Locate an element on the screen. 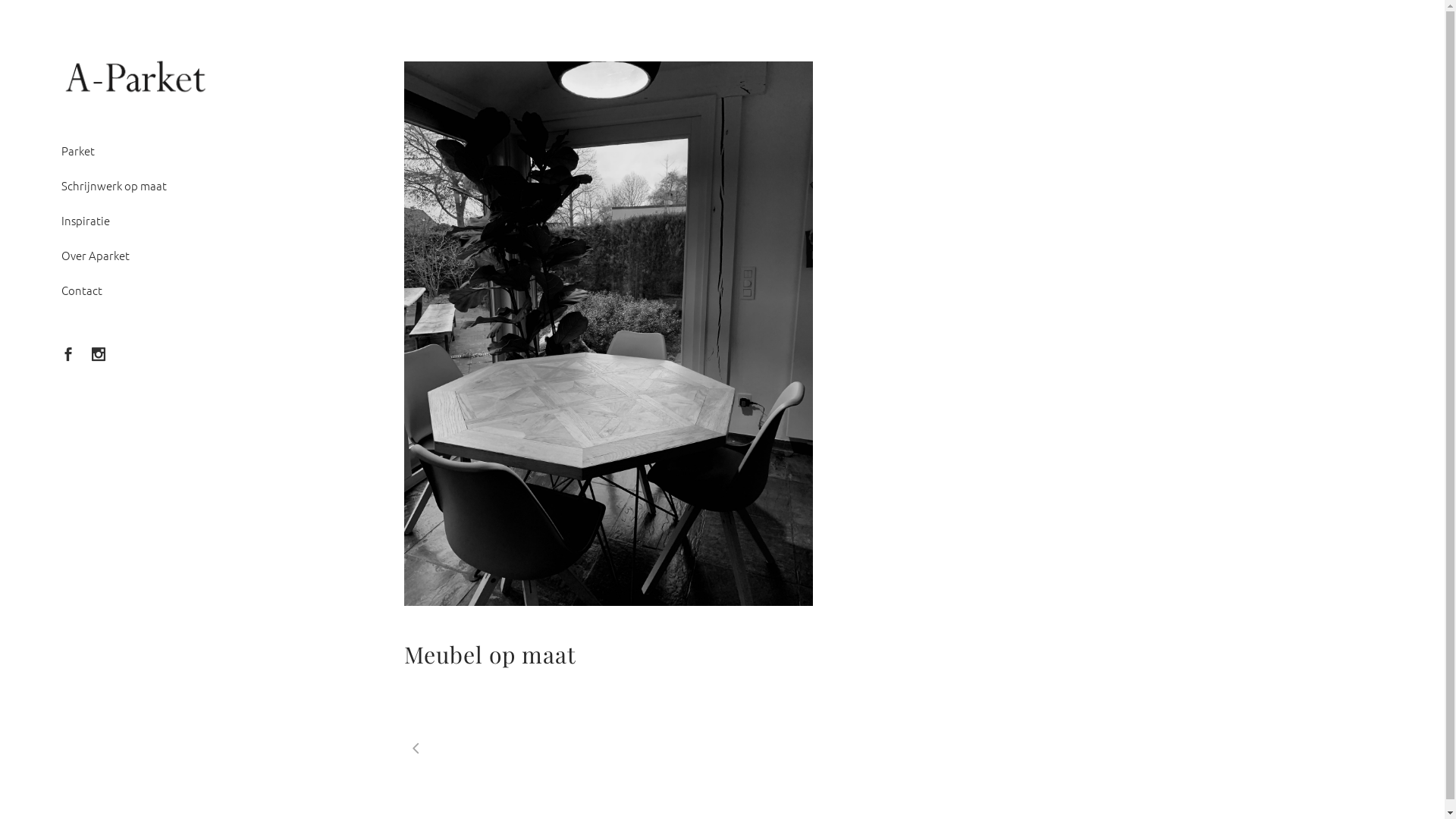 This screenshot has width=1456, height=819. 'IMG_7801' is located at coordinates (607, 333).